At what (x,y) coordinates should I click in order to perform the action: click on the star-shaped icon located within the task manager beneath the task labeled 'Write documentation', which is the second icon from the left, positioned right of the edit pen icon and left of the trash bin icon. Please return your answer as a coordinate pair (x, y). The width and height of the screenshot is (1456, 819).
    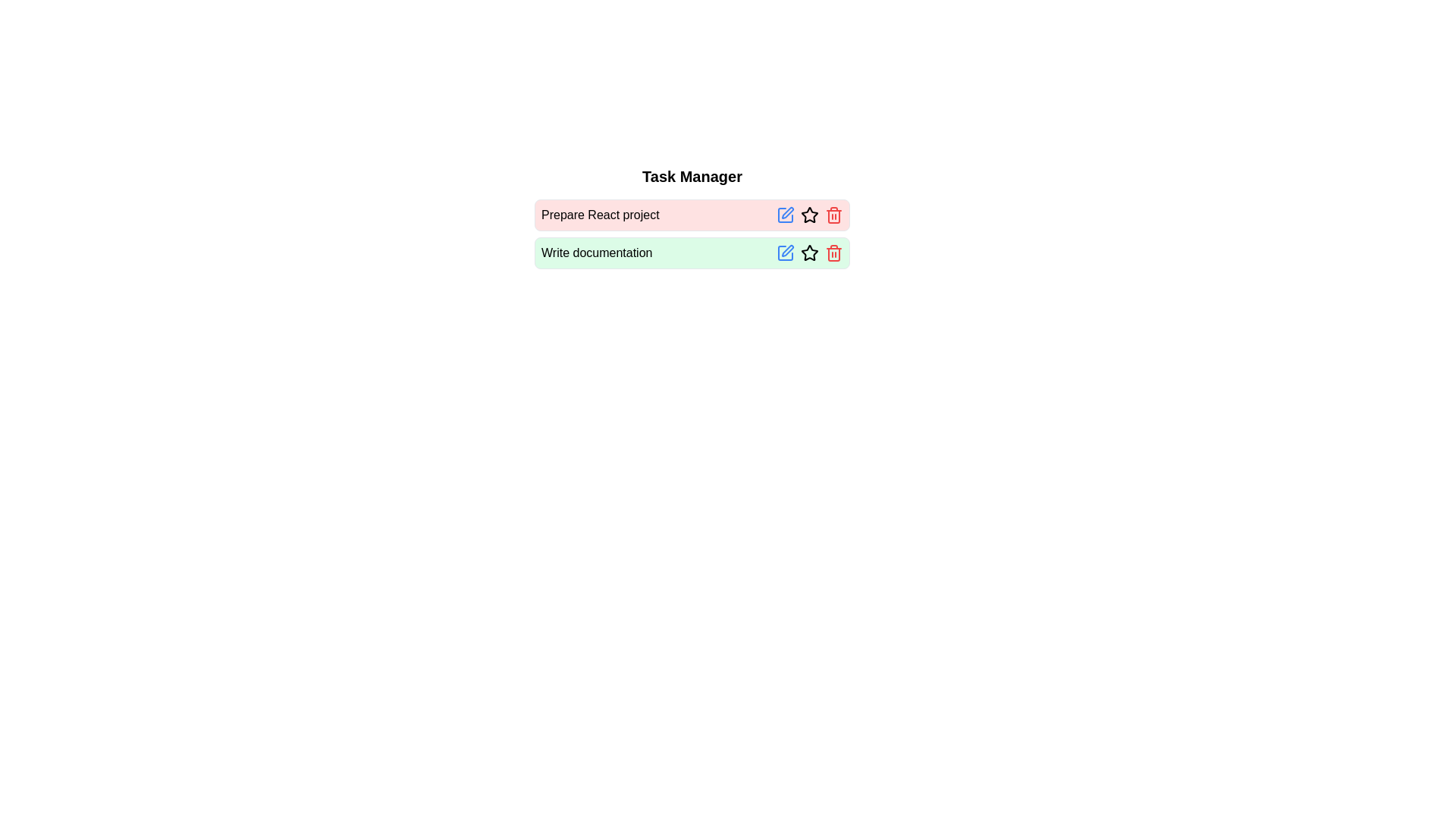
    Looking at the image, I should click on (809, 253).